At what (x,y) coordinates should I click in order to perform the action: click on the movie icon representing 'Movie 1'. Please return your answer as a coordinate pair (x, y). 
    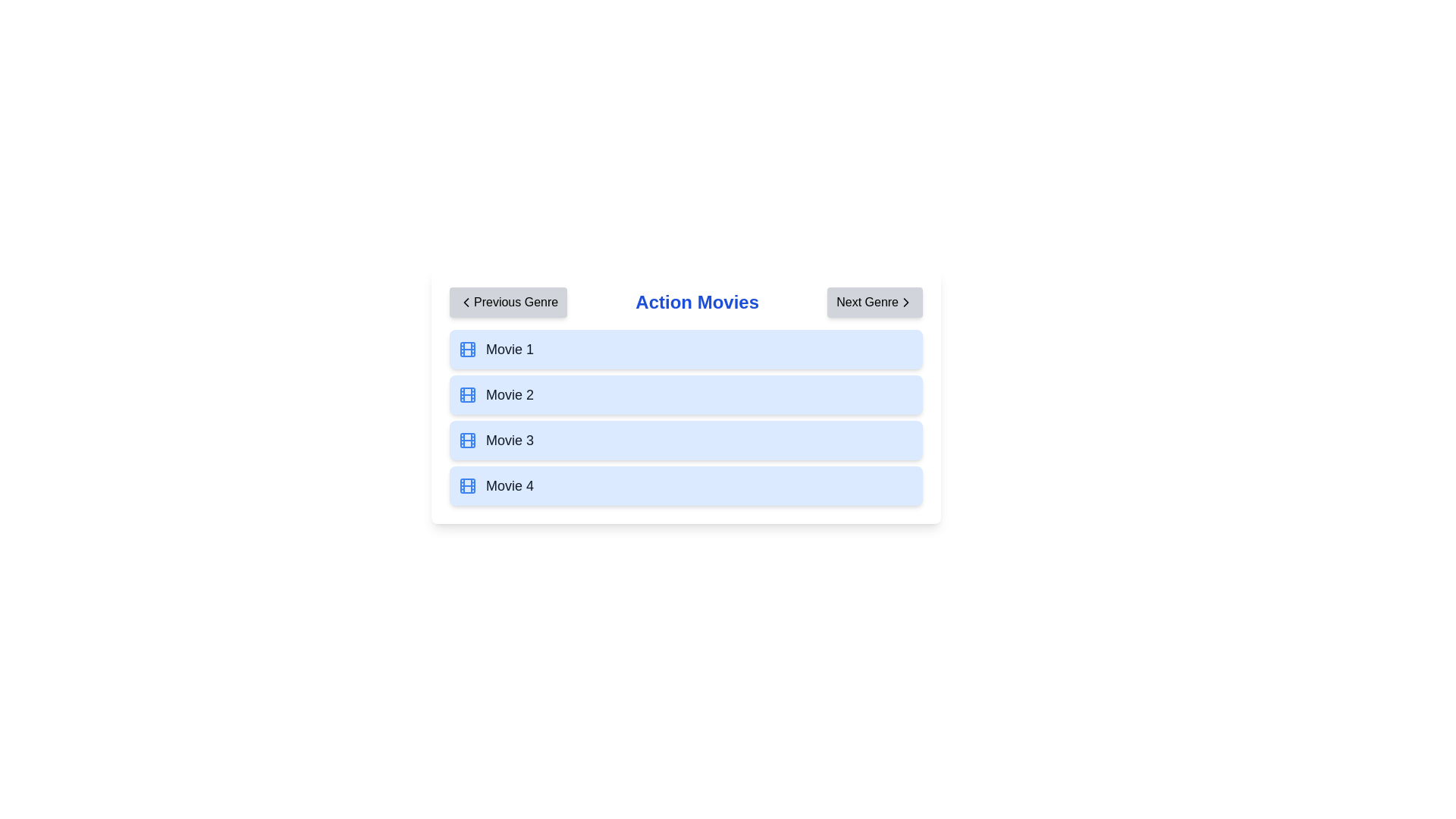
    Looking at the image, I should click on (467, 350).